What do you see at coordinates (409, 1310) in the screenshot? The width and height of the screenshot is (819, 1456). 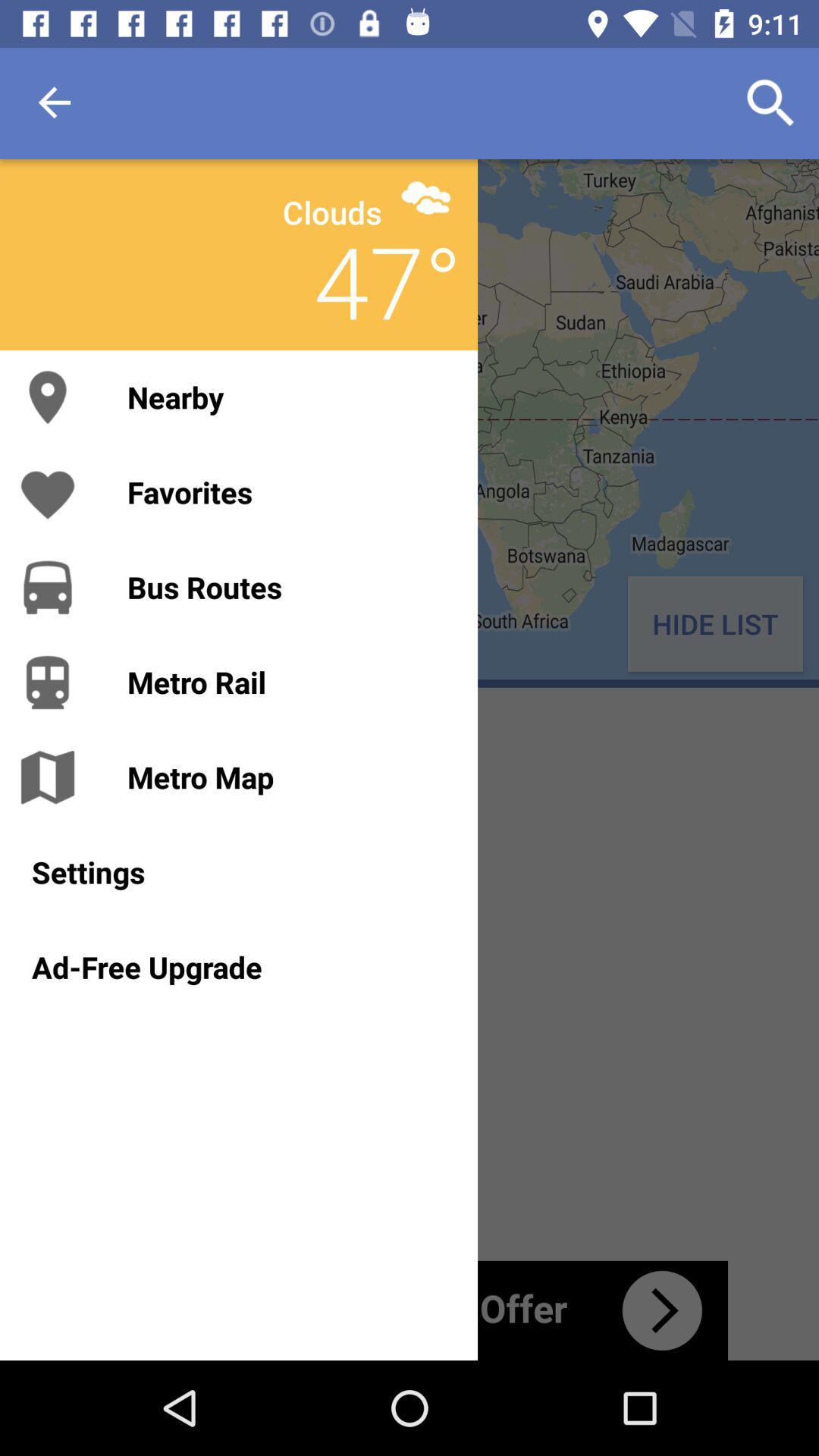 I see `open advertisement` at bounding box center [409, 1310].